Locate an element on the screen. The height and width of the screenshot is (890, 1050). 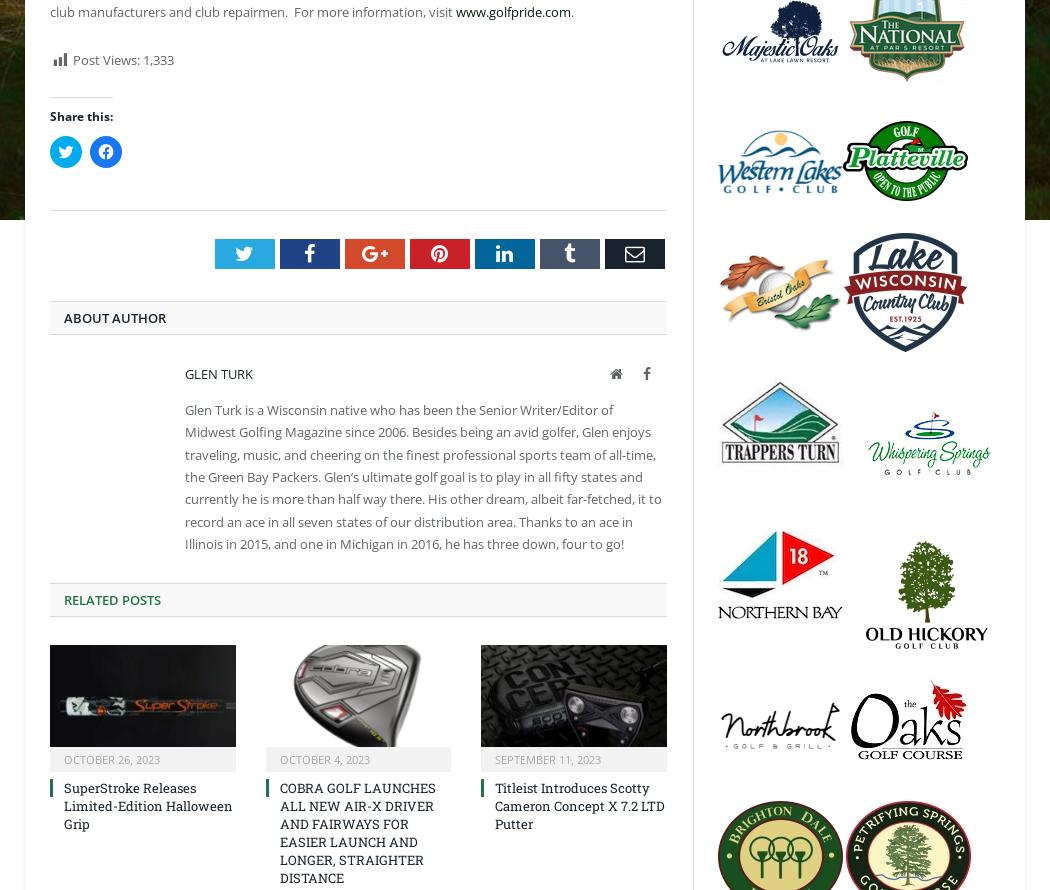
'Posts' is located at coordinates (138, 600).